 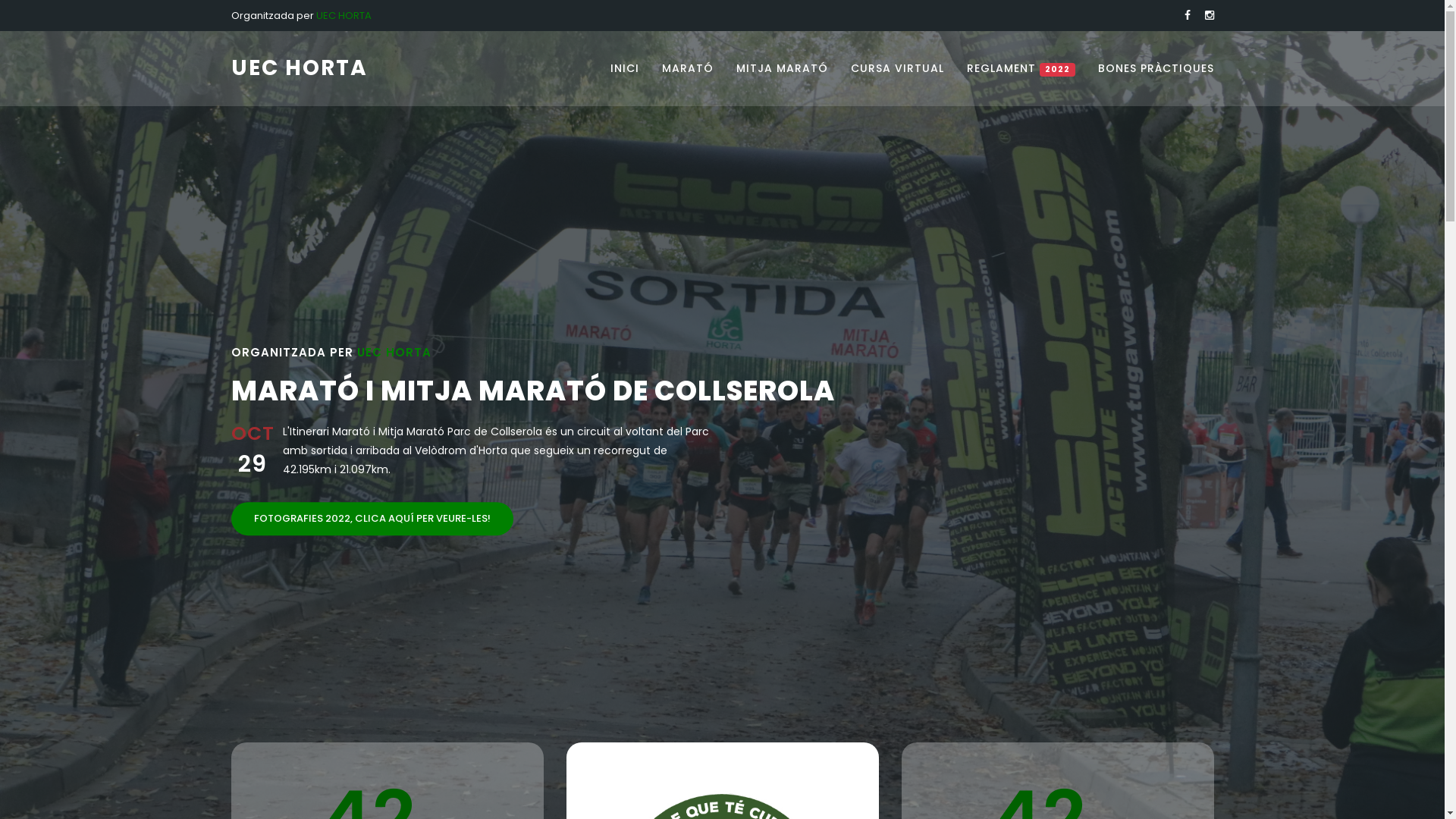 What do you see at coordinates (356, 352) in the screenshot?
I see `'UEC HORTA'` at bounding box center [356, 352].